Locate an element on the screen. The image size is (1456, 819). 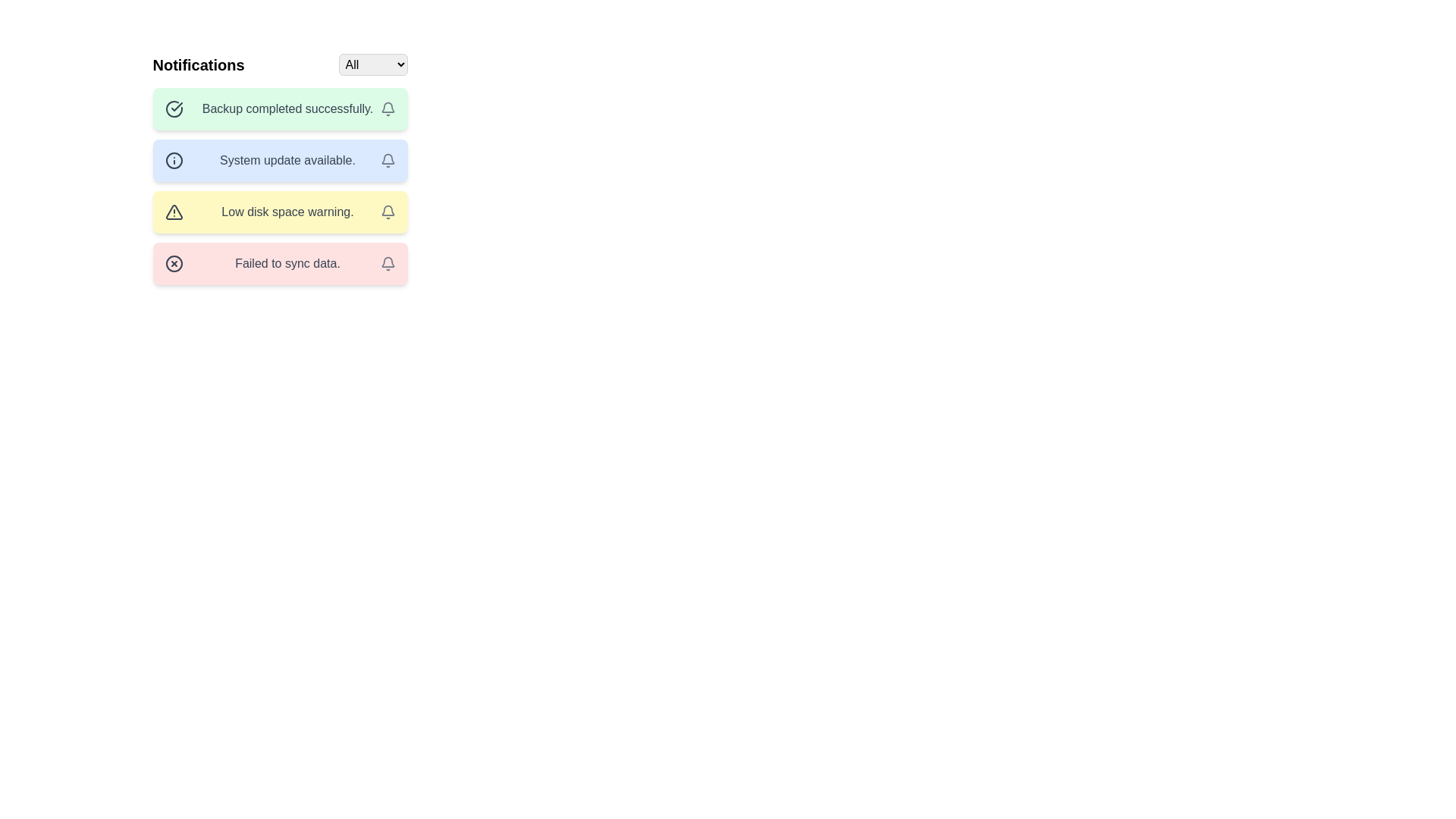
the circular red 'X' icon located in the fourth notification box that indicates 'Failed to sync data.' is located at coordinates (174, 262).